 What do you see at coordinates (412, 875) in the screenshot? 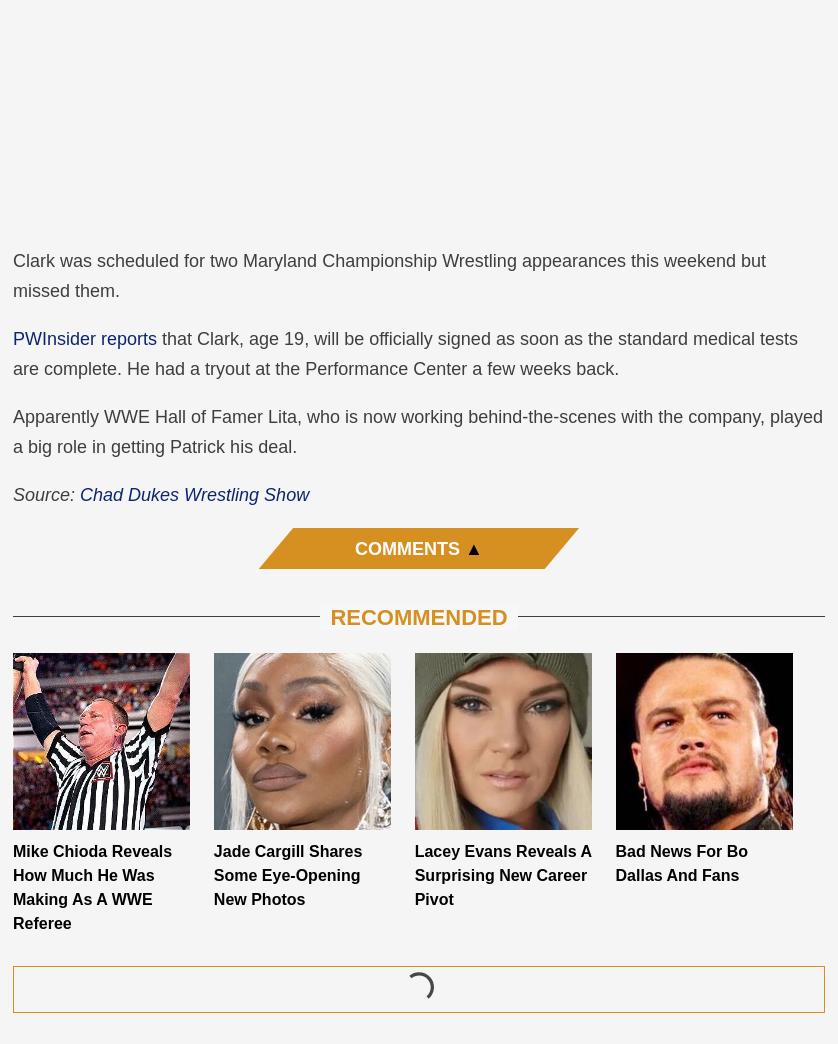
I see `'Lacey Evans Reveals A Surprising New Career Pivot'` at bounding box center [412, 875].